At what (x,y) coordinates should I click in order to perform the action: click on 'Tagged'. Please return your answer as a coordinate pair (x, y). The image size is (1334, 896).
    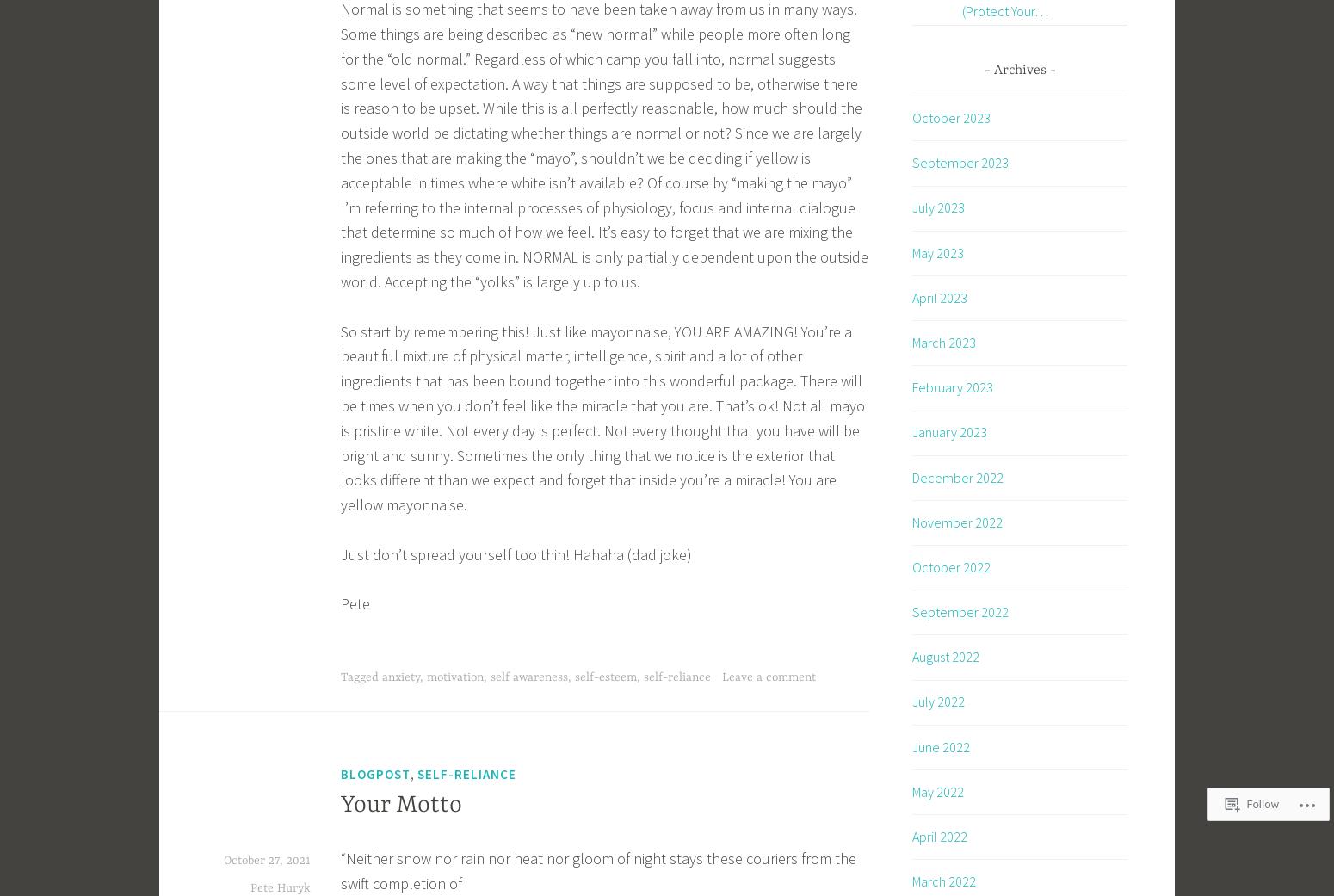
    Looking at the image, I should click on (361, 676).